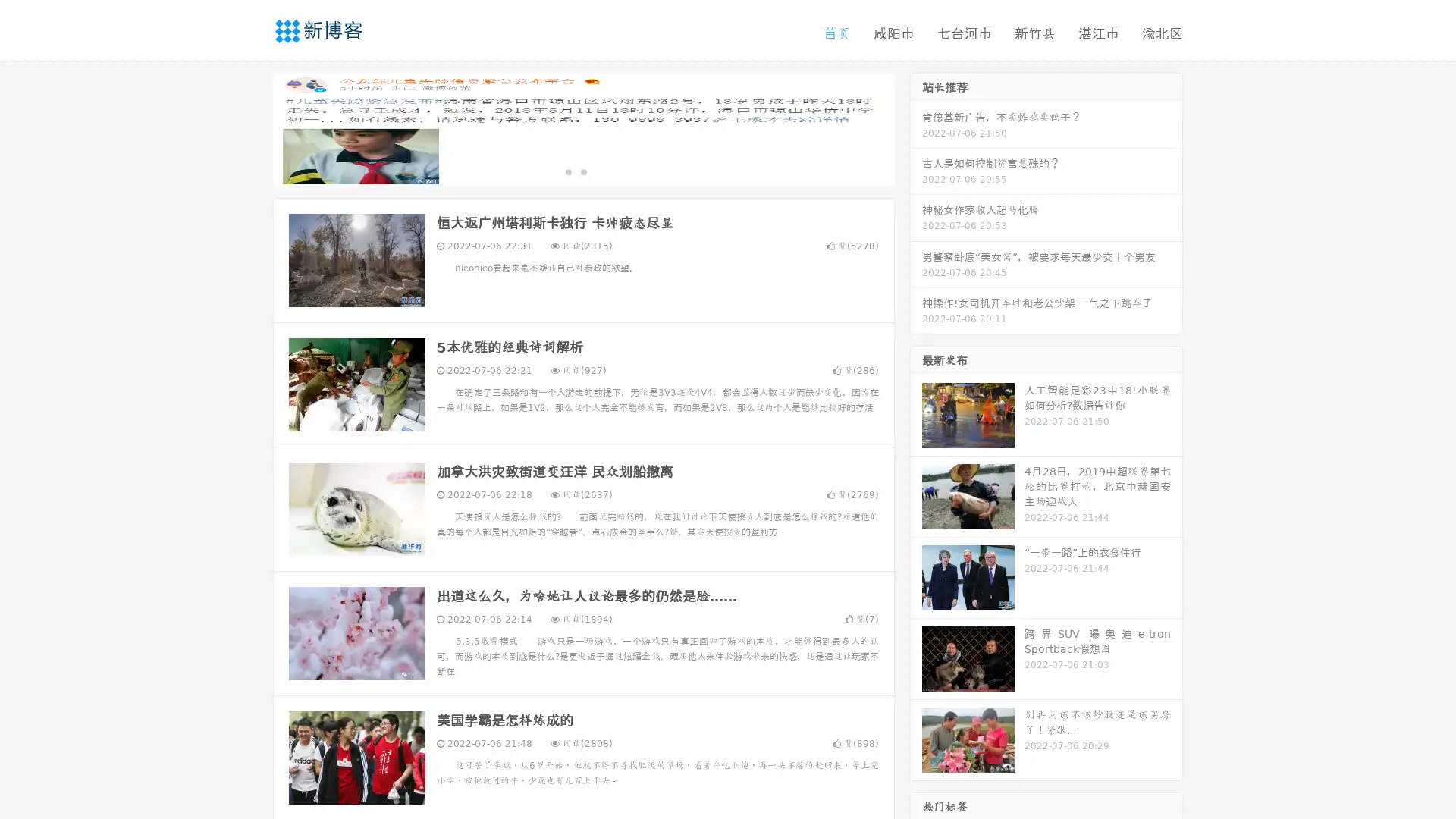  I want to click on Next slide, so click(916, 127).